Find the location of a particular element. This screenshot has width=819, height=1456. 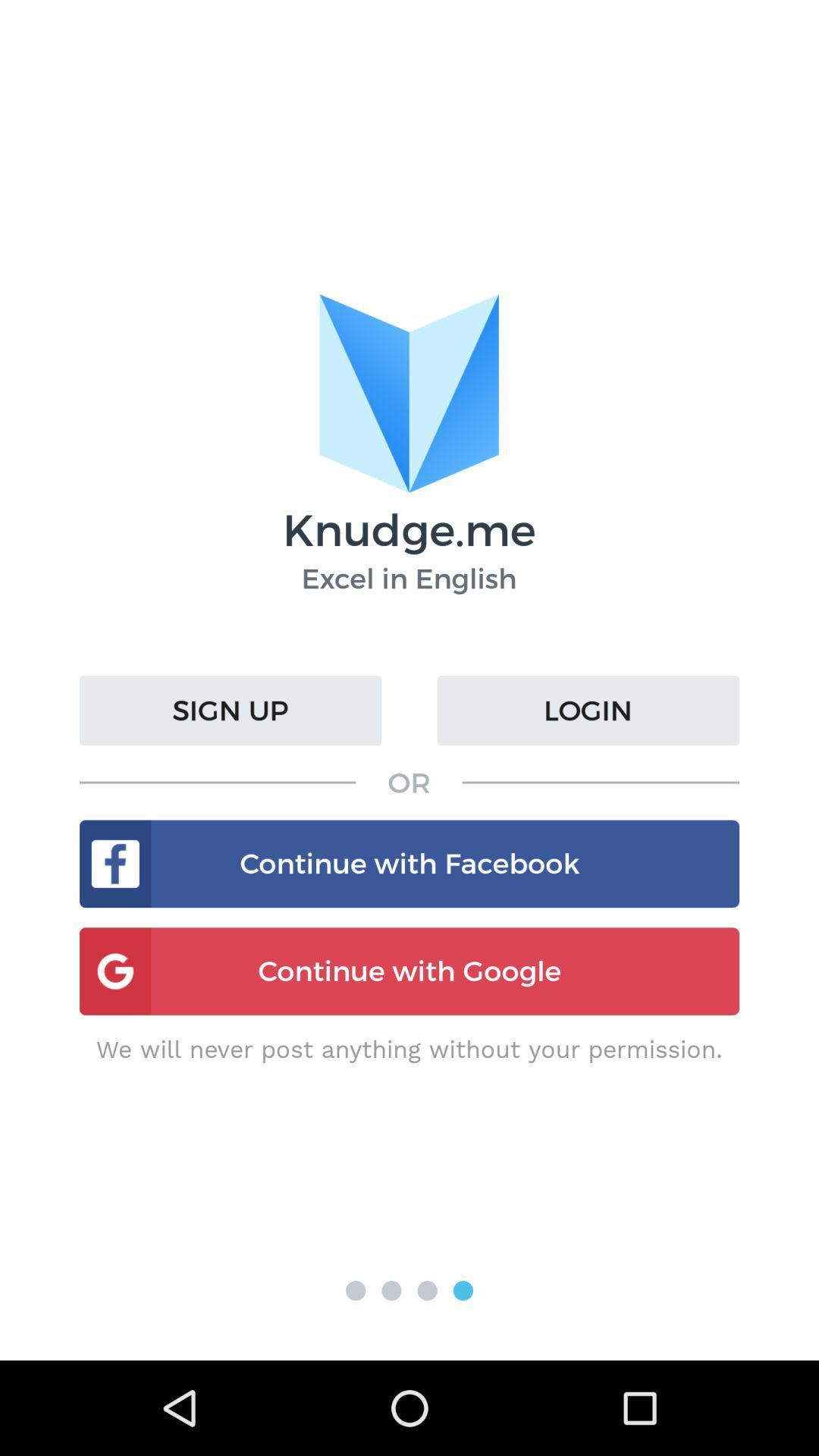

icon to the right of the sign up item is located at coordinates (587, 710).